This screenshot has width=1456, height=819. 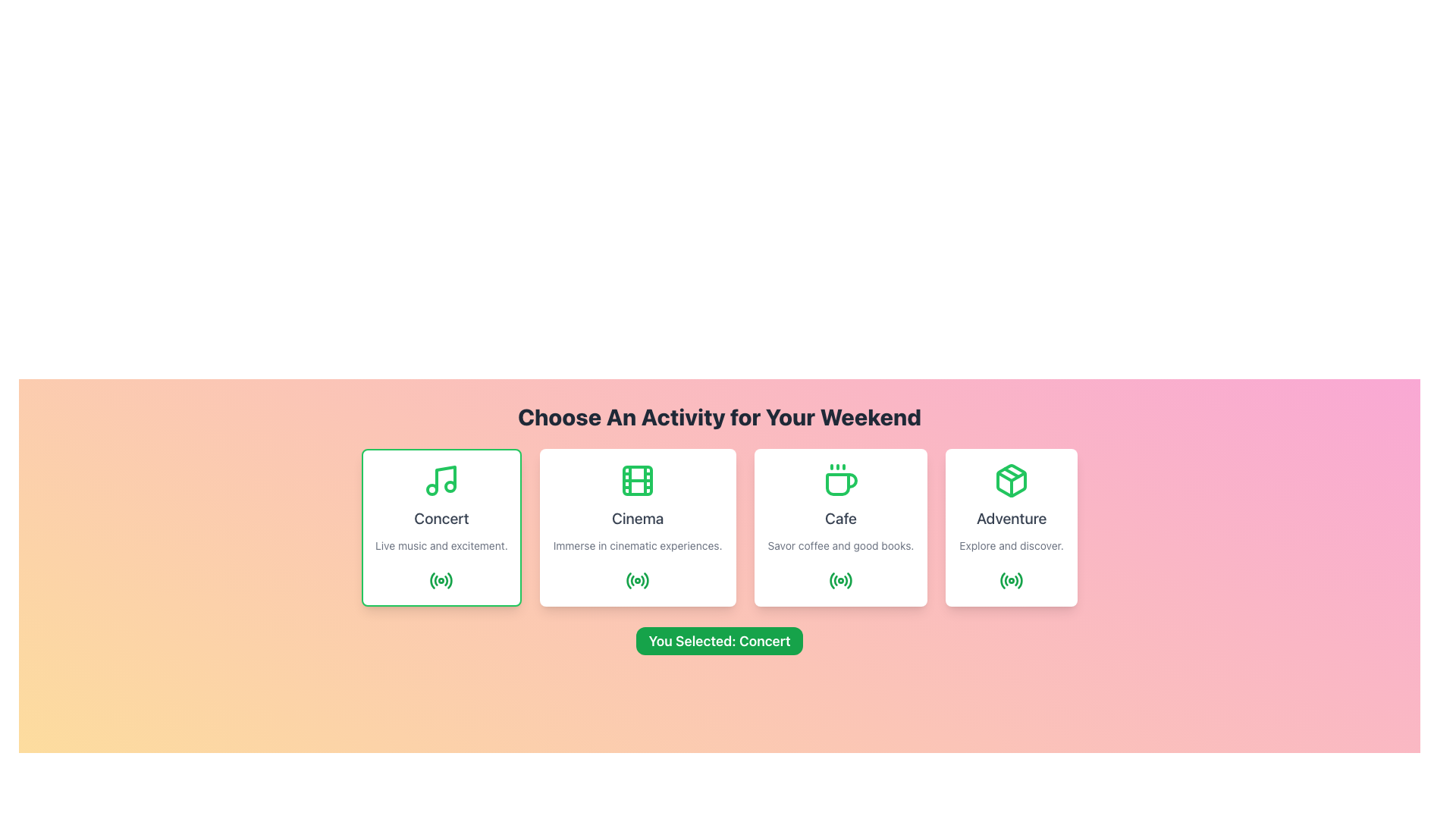 What do you see at coordinates (1012, 580) in the screenshot?
I see `the broadcast signal icon located at the bottom of the 'Adventure' card, directly below the text 'Explore and discover.'` at bounding box center [1012, 580].